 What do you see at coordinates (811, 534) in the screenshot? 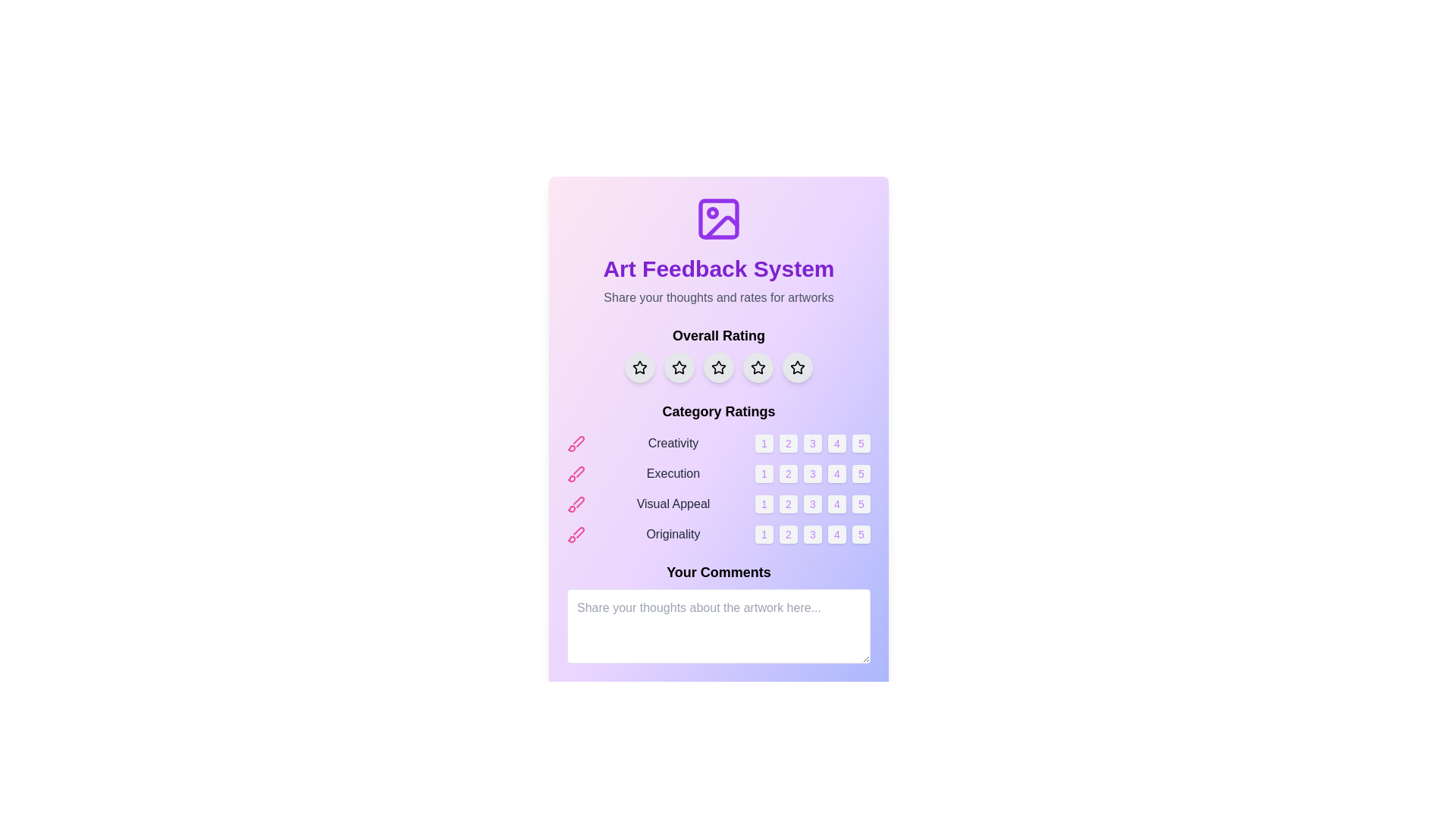
I see `the circular button labeled '3' with a purple numeral` at bounding box center [811, 534].